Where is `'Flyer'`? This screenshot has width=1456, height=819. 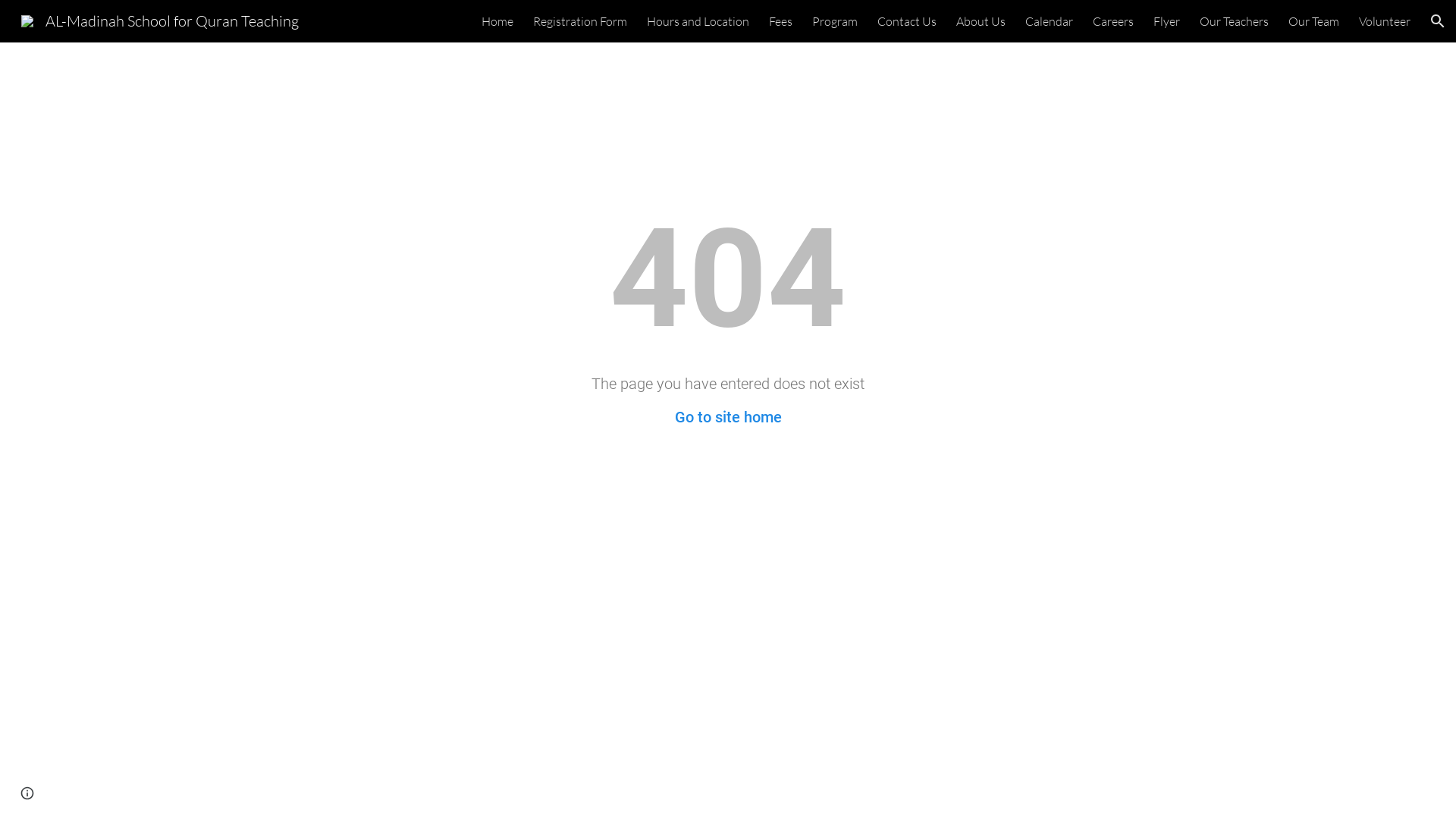 'Flyer' is located at coordinates (1166, 20).